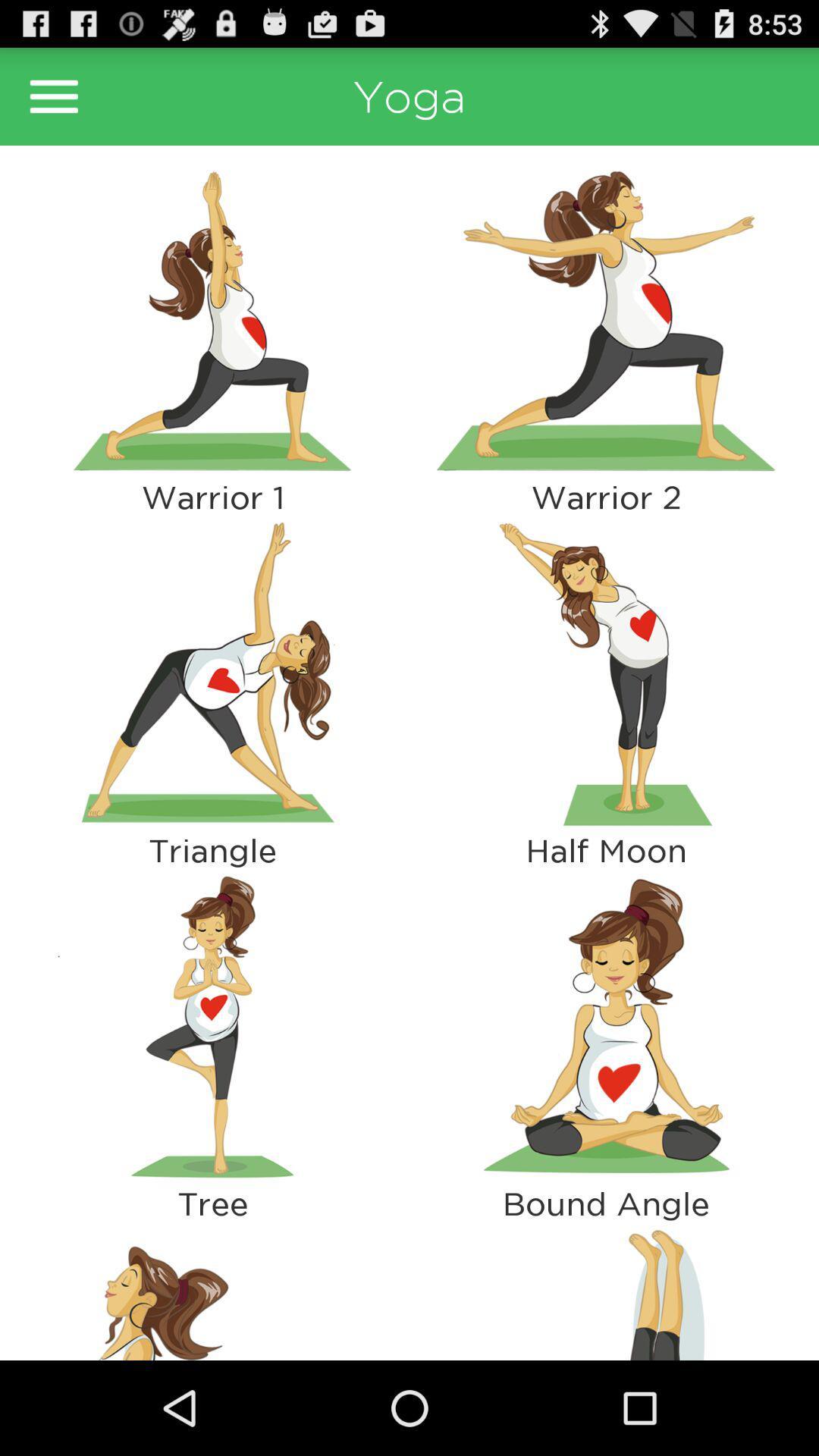  What do you see at coordinates (605, 673) in the screenshot?
I see `highlight` at bounding box center [605, 673].